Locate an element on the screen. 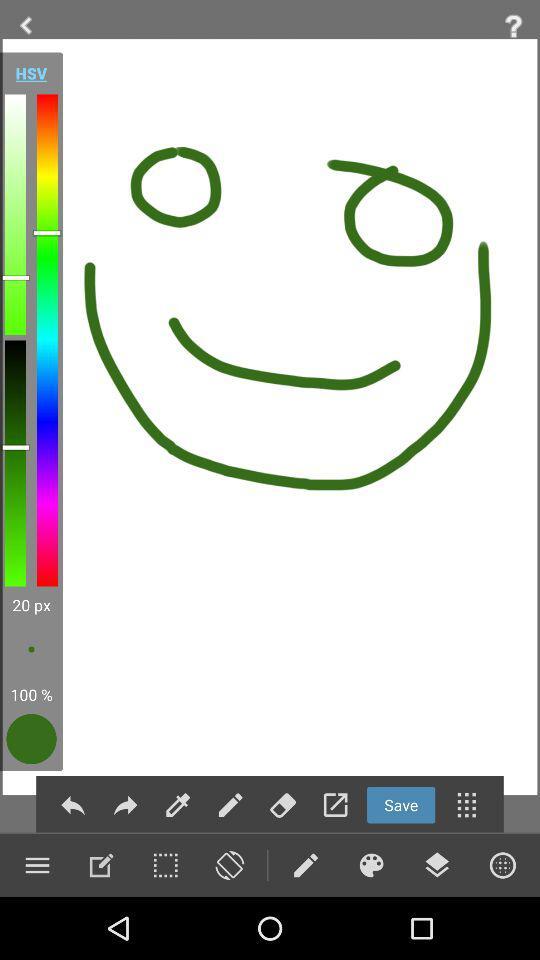 This screenshot has width=540, height=960. the edit icon is located at coordinates (178, 805).